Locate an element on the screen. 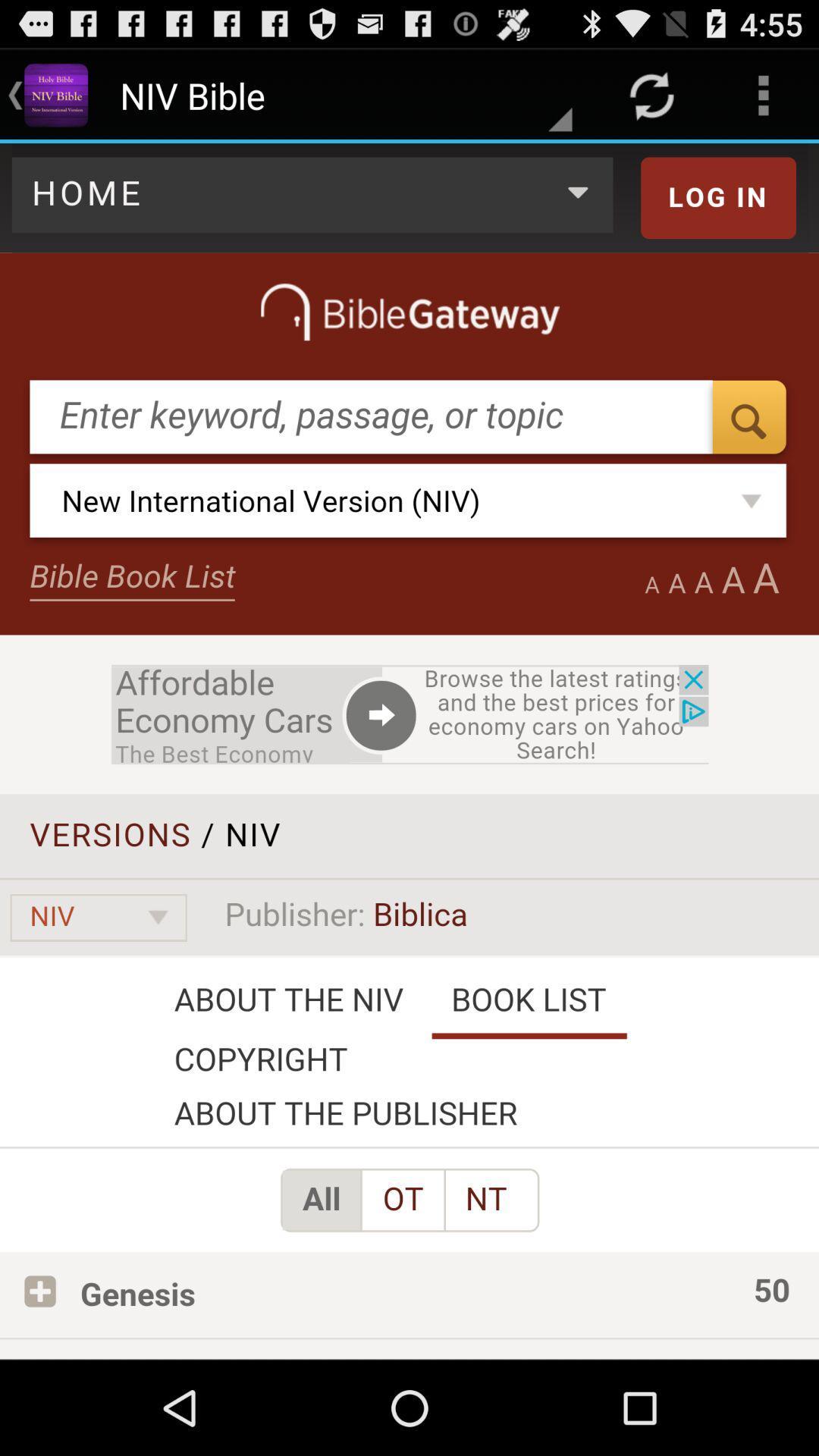 The image size is (819, 1456). home page is located at coordinates (409, 751).